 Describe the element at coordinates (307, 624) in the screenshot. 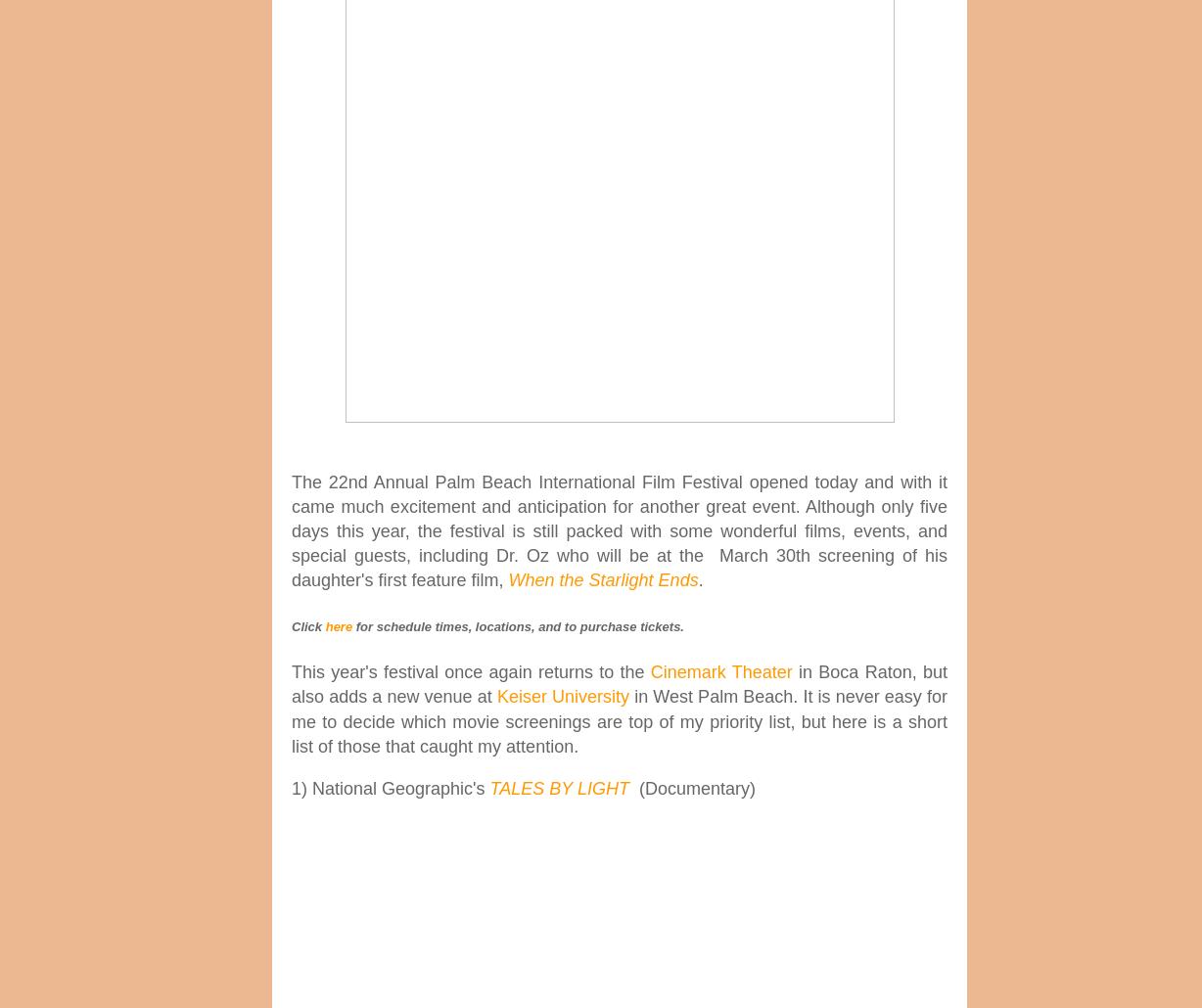

I see `'Click'` at that location.